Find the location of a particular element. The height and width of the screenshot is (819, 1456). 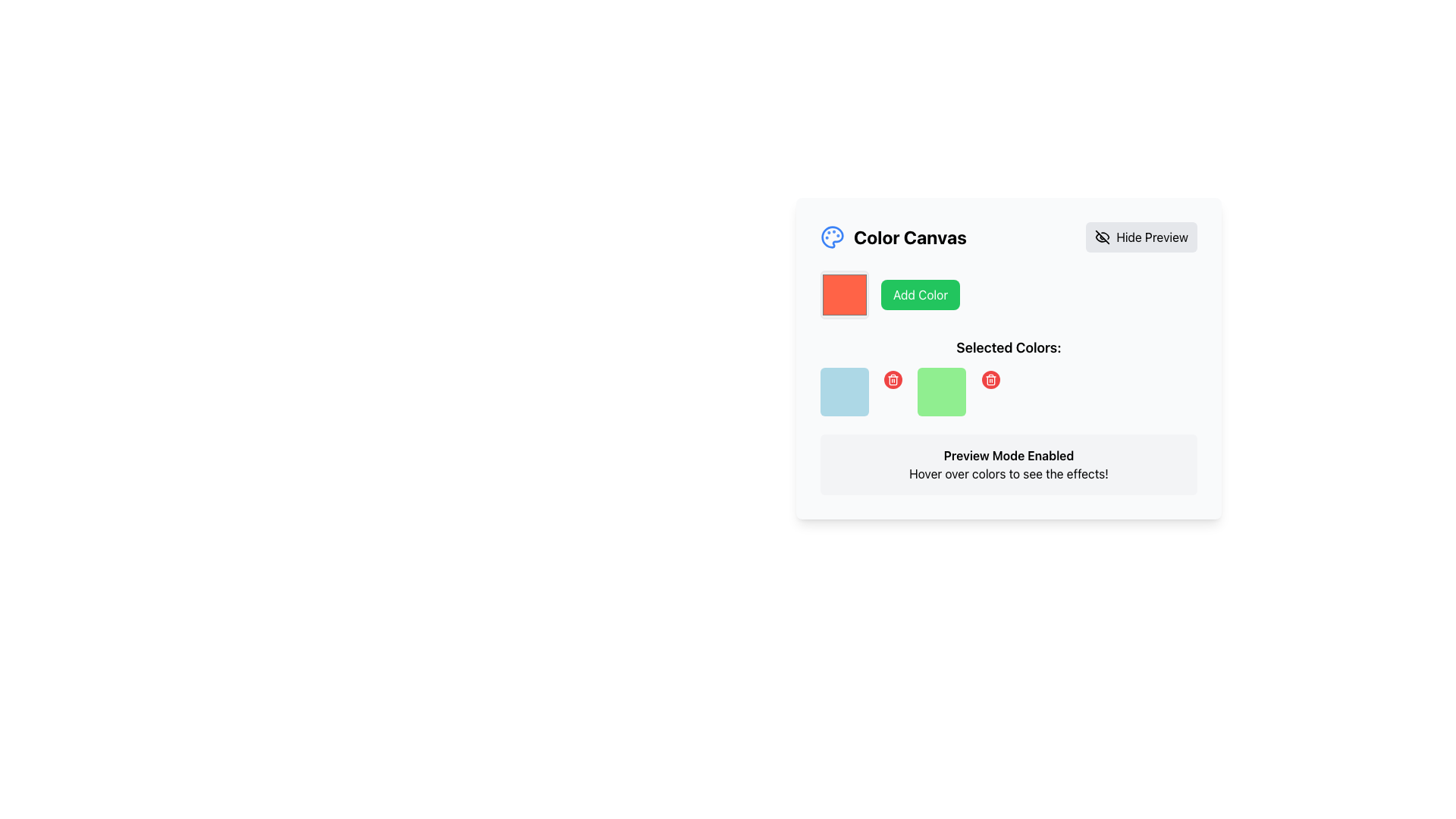

the second square with rounded corners in the 'Selected Colors' section, which has a light green background and is positioned to the right of a blue square and above a small red delete icon is located at coordinates (941, 391).